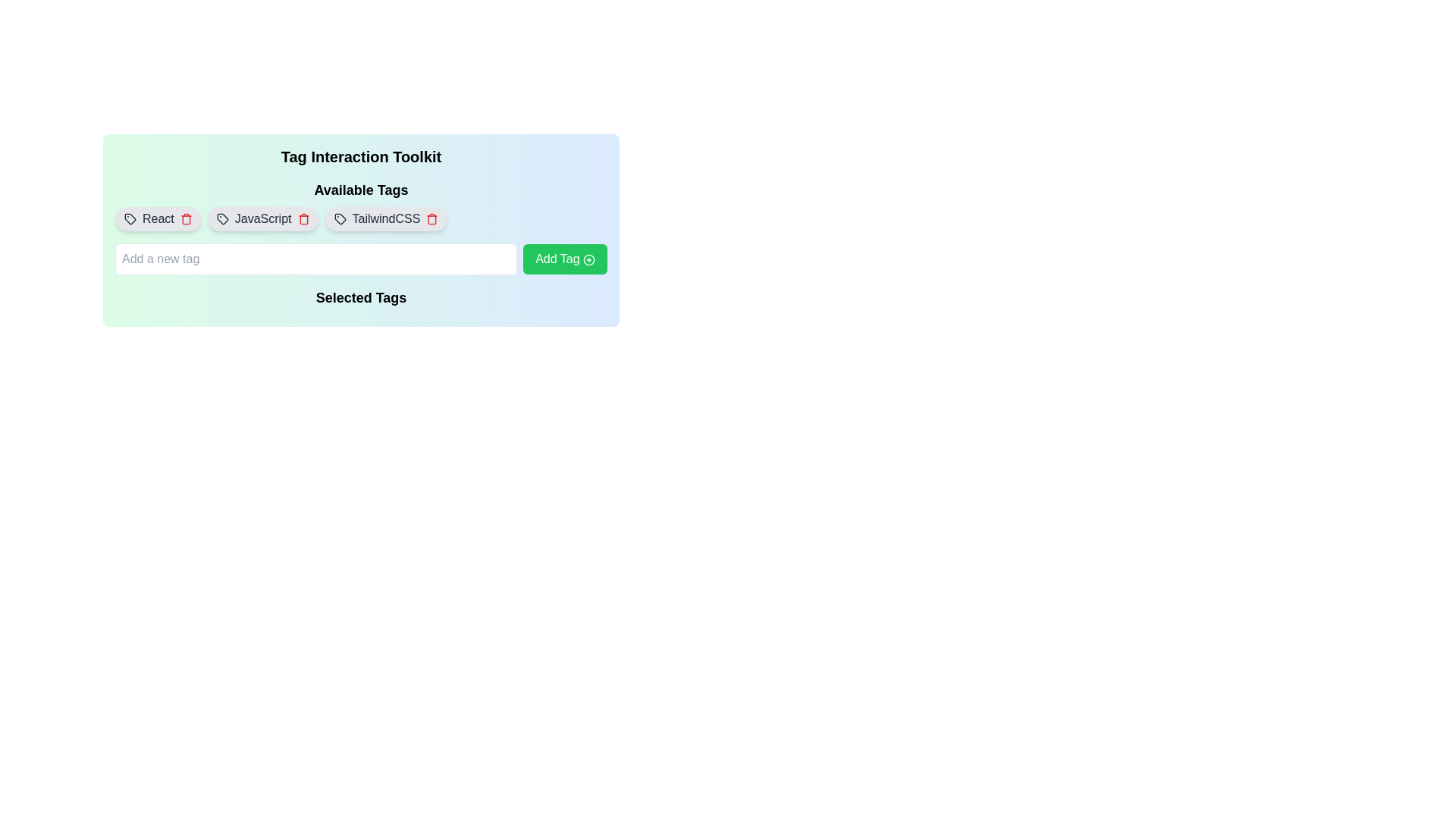  Describe the element at coordinates (360, 189) in the screenshot. I see `the 'Available Tags' text label, which is a large, bold header above the row of interactive tags in the Tag Interaction Toolkit section` at that location.